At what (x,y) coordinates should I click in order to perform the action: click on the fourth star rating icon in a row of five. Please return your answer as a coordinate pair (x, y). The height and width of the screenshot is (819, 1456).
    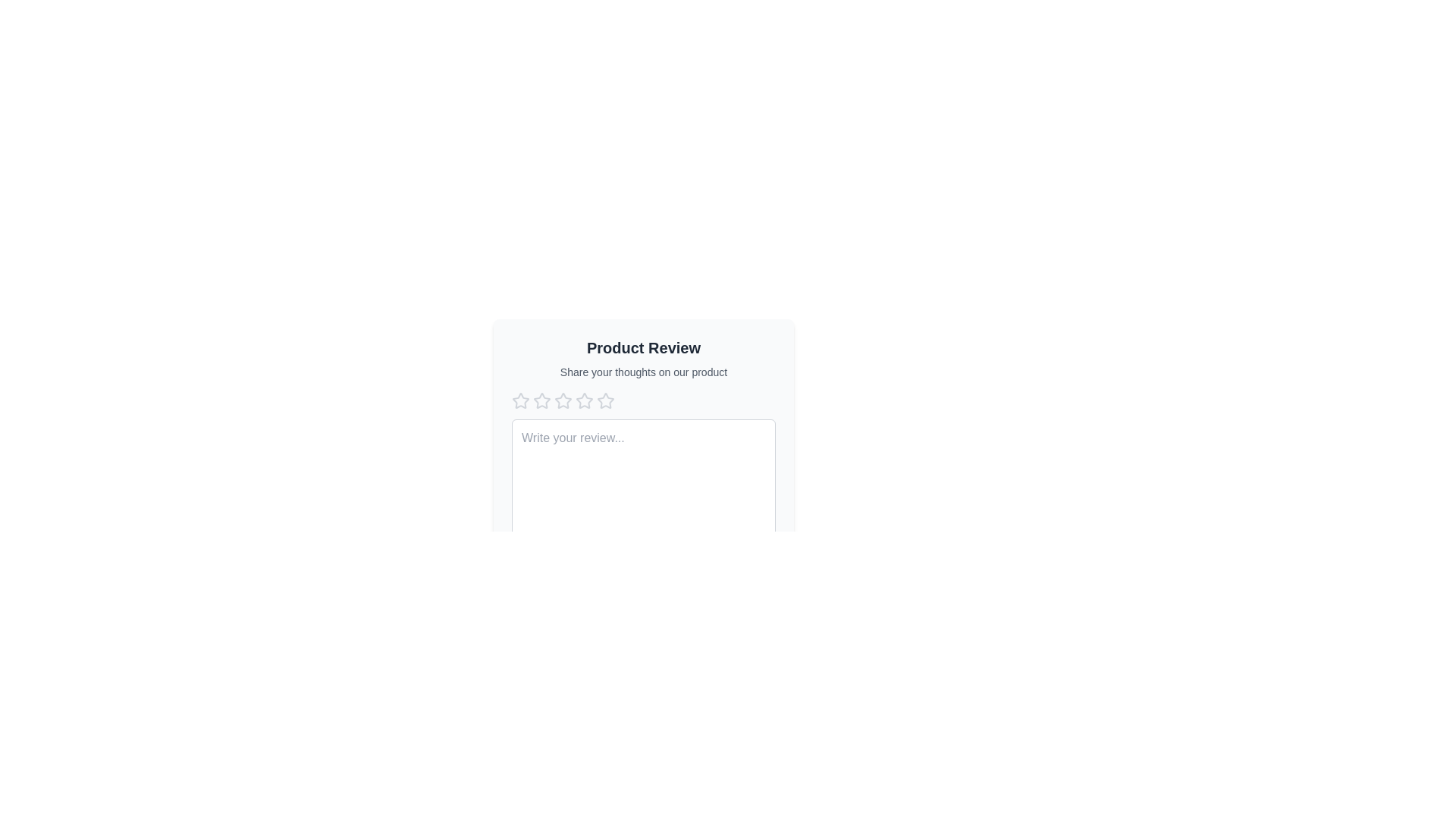
    Looking at the image, I should click on (563, 400).